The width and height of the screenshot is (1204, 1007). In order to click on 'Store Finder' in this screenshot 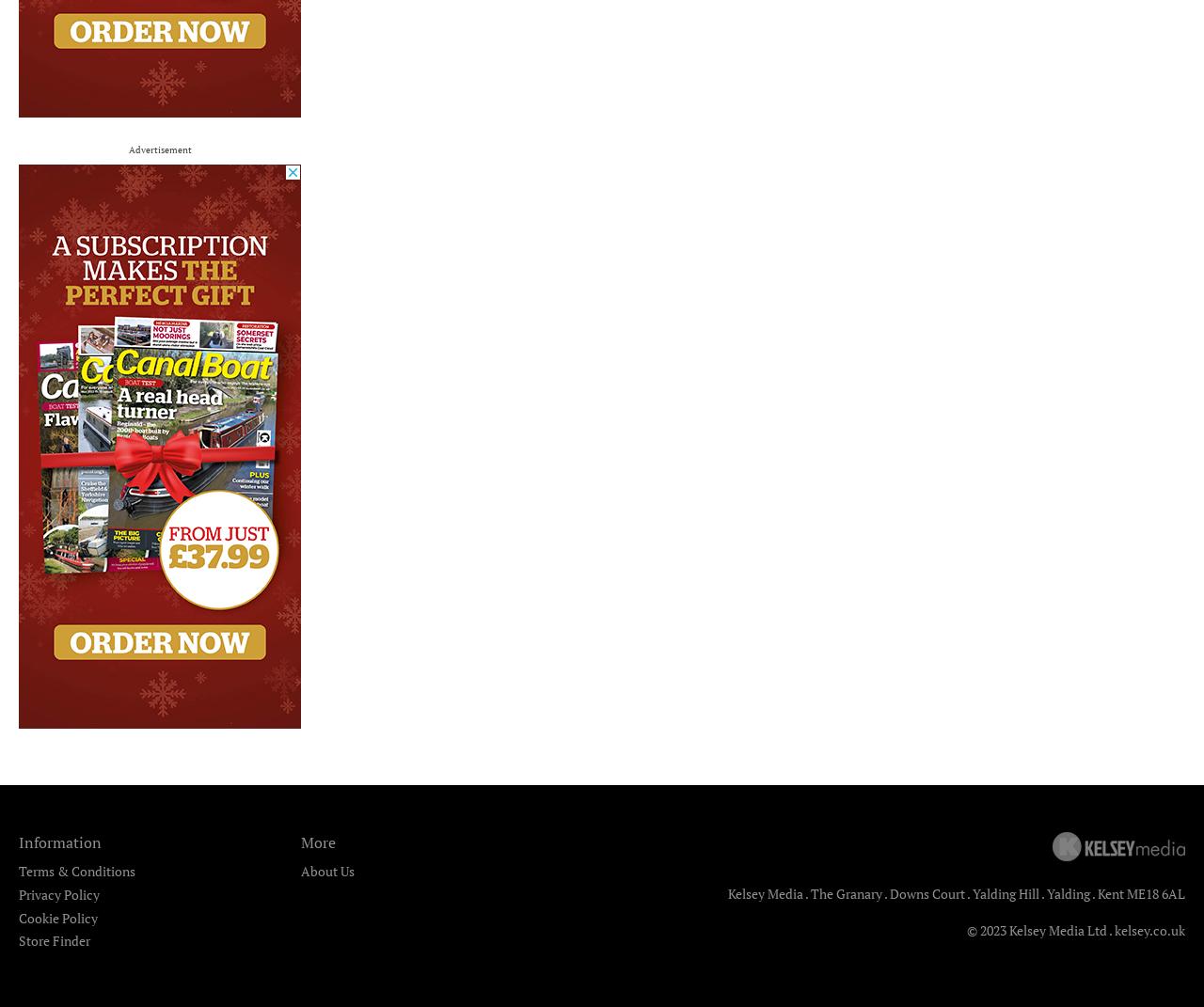, I will do `click(18, 940)`.